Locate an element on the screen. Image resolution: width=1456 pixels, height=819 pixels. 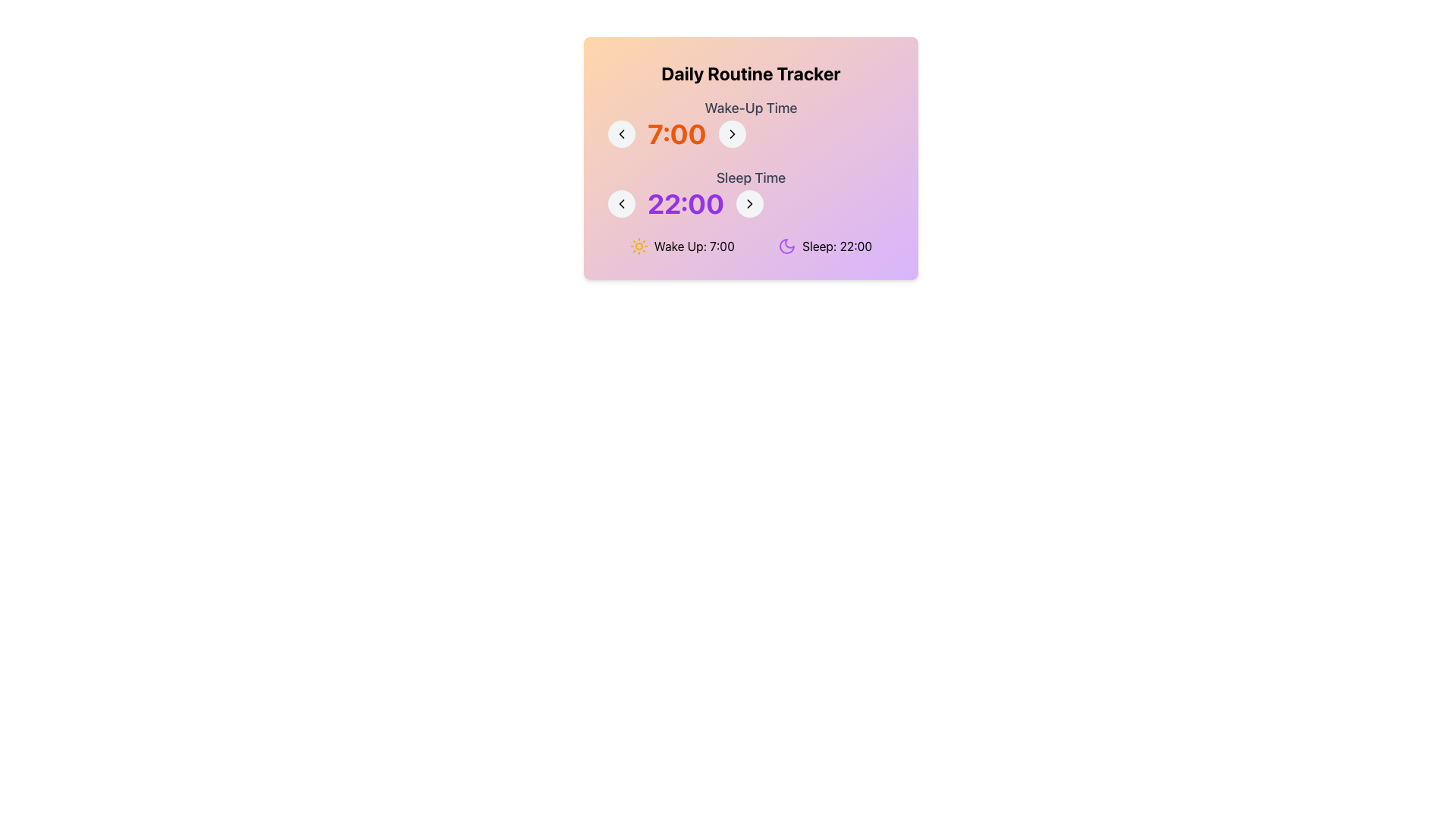
the arrow icon located in the second row of the routine tracker card, directly to the left of the time '22:00' for 'Sleep Time', to decrease the value is located at coordinates (622, 133).